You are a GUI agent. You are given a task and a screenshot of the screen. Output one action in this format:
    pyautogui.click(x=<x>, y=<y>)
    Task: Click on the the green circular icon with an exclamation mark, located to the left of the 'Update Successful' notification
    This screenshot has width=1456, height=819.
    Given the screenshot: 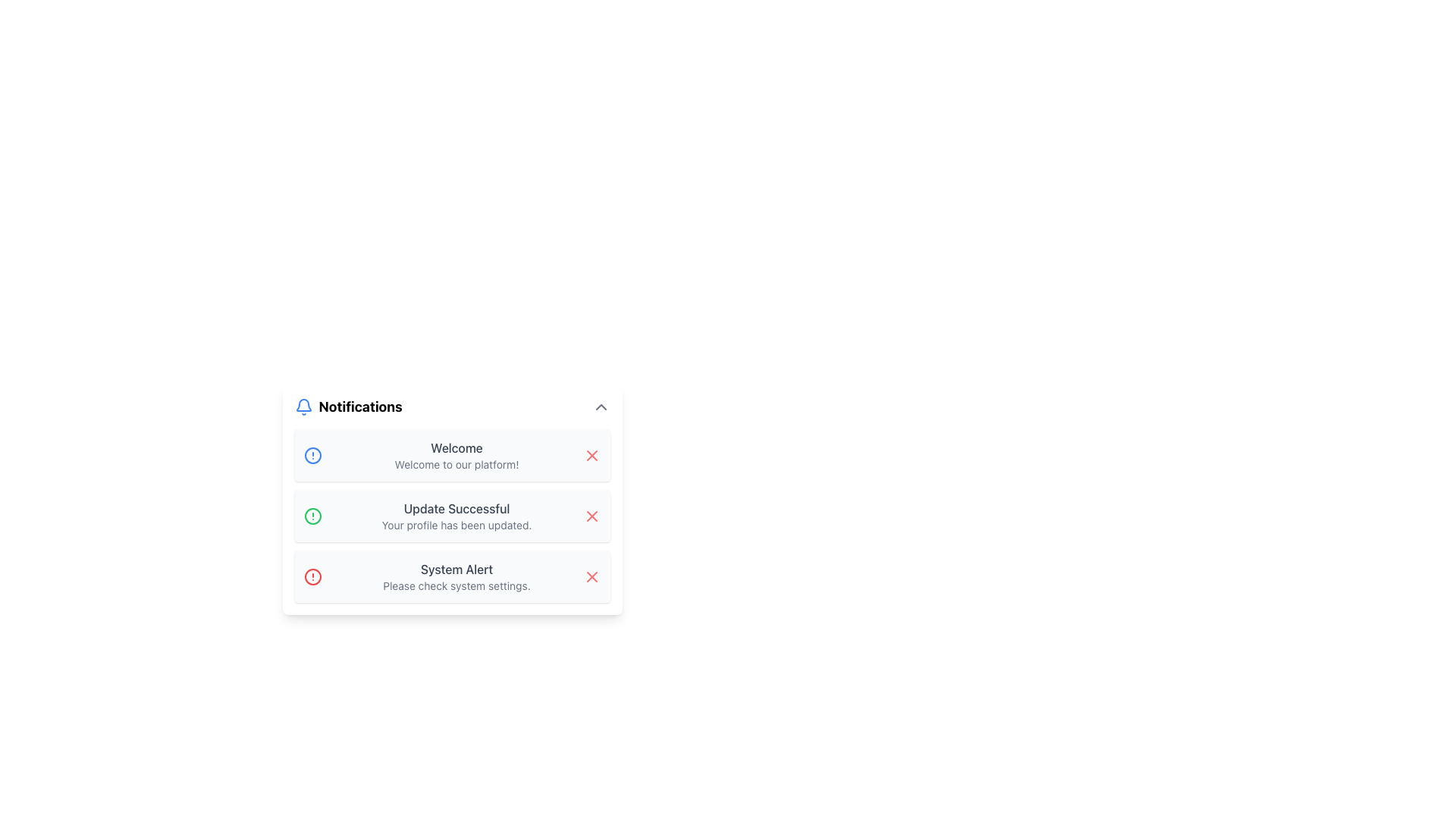 What is the action you would take?
    pyautogui.click(x=312, y=516)
    